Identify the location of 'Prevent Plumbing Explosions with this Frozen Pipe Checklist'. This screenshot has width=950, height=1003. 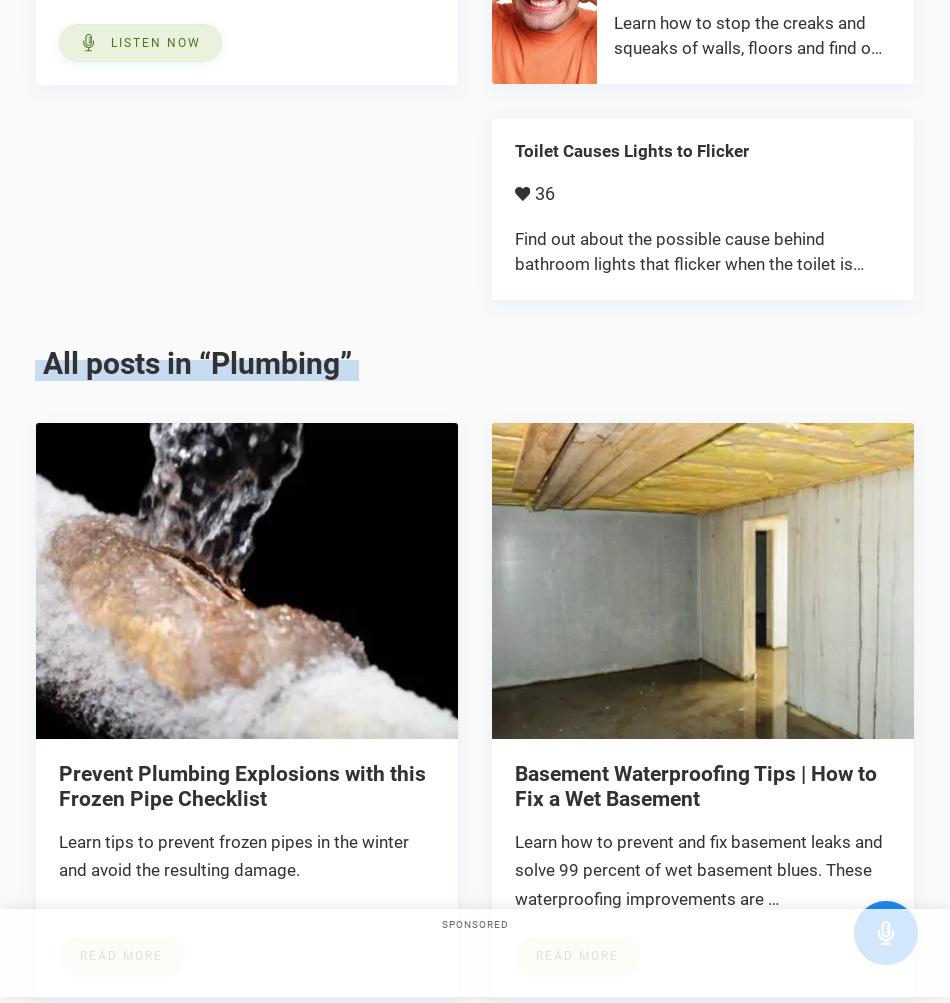
(240, 784).